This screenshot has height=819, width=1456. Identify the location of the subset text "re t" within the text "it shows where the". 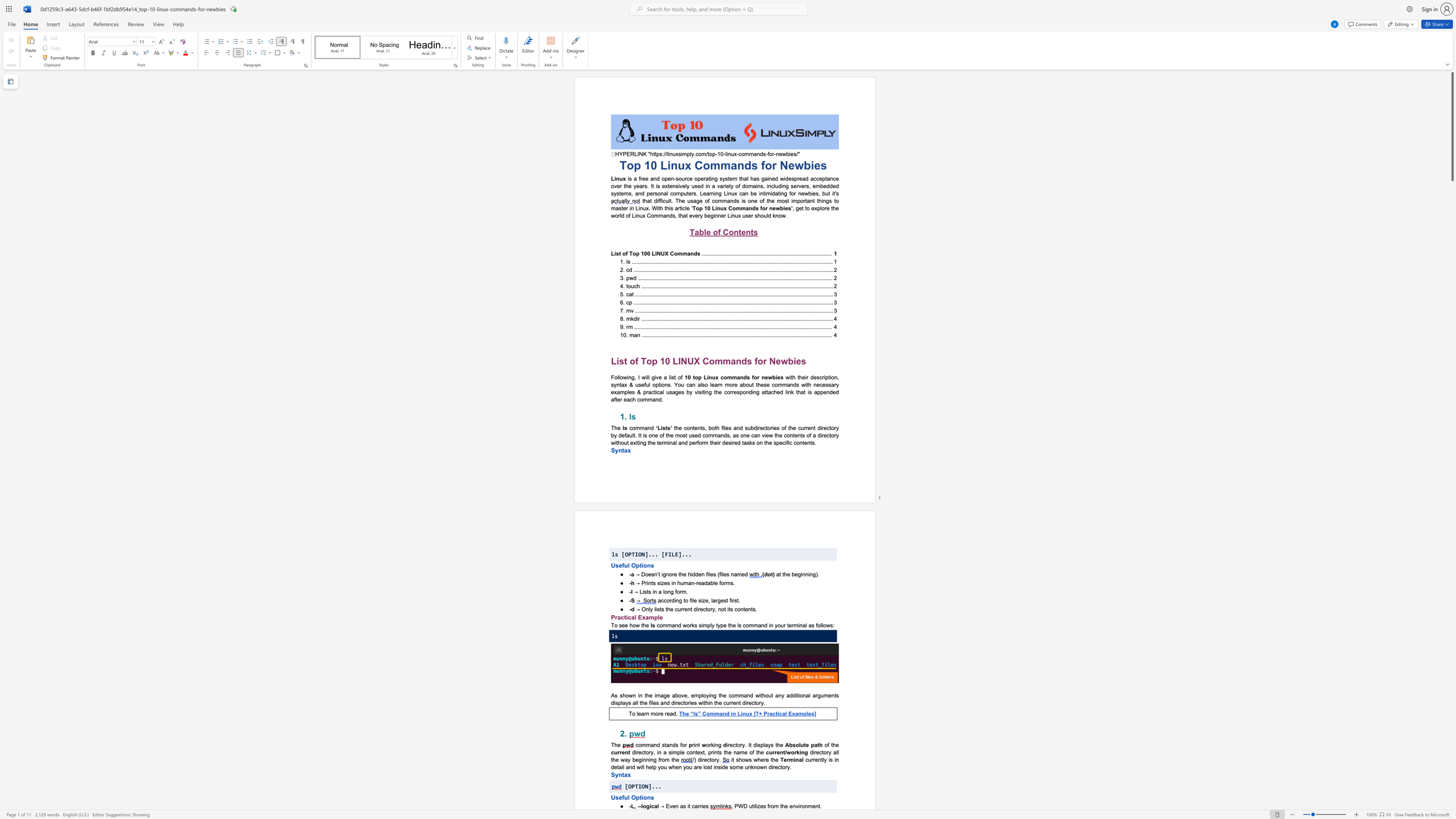
(763, 759).